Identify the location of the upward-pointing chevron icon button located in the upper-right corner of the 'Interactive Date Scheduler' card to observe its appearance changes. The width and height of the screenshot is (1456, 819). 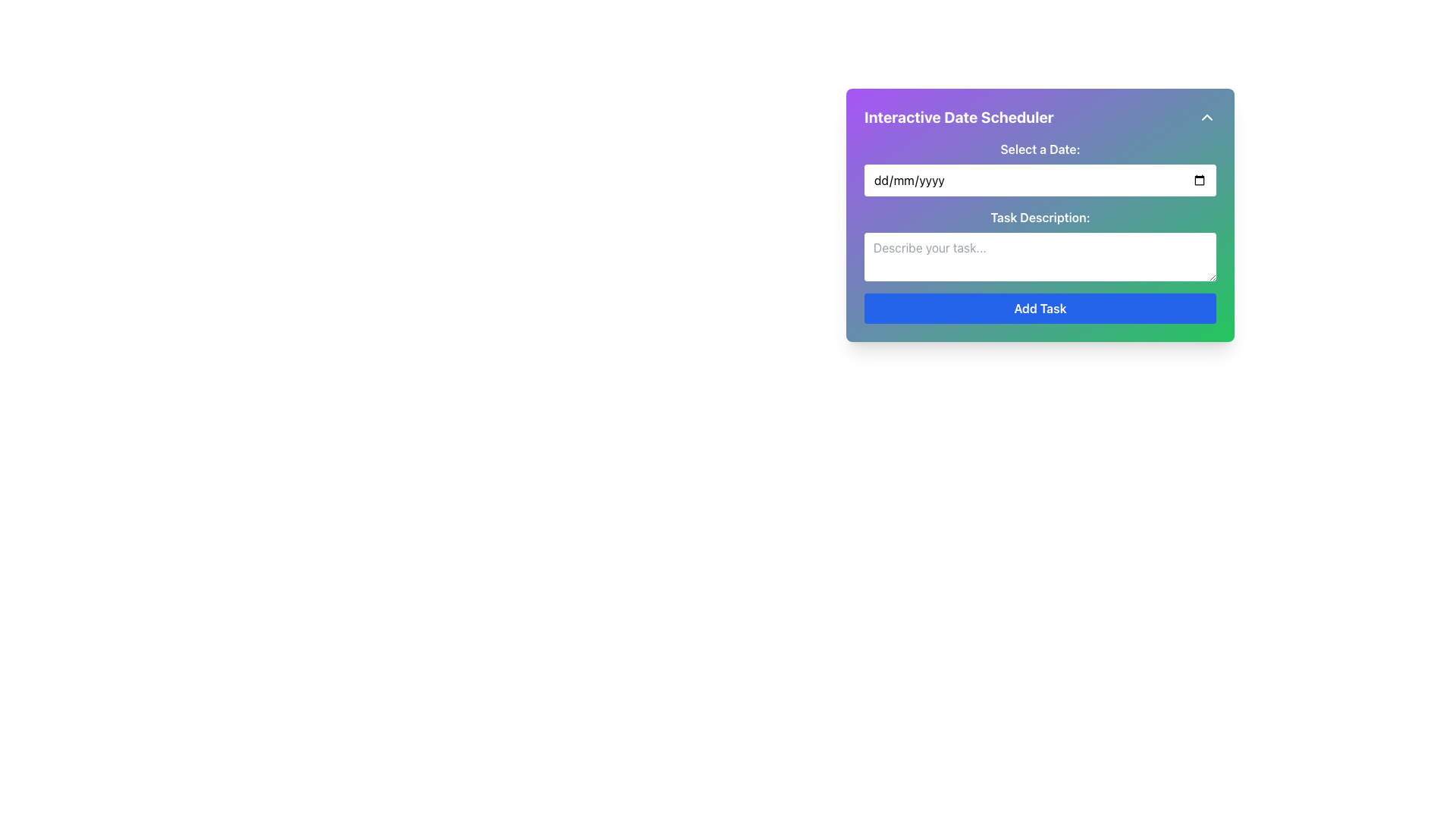
(1207, 116).